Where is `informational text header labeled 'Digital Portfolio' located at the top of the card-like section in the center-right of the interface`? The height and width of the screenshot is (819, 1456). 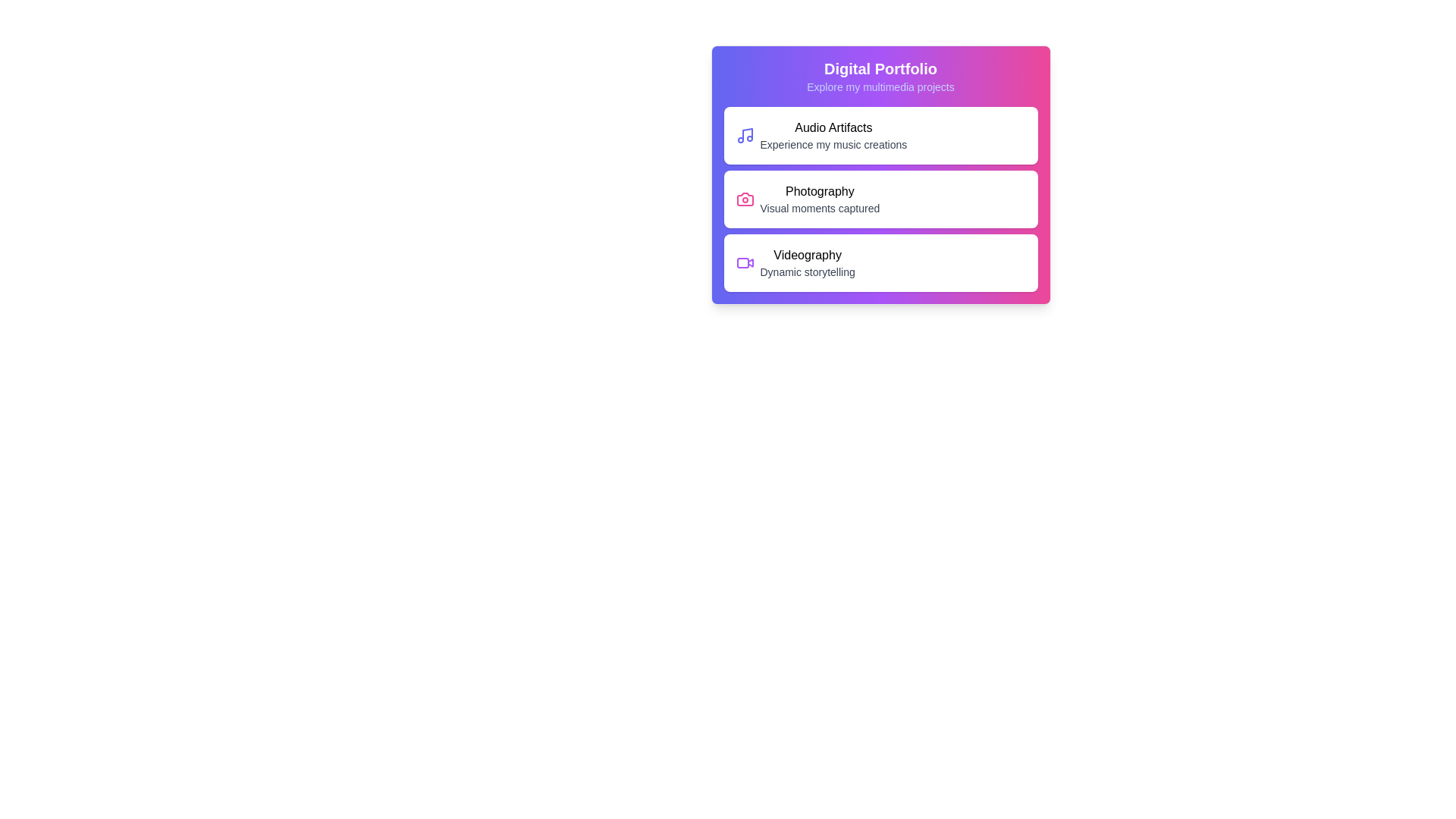 informational text header labeled 'Digital Portfolio' located at the top of the card-like section in the center-right of the interface is located at coordinates (880, 76).